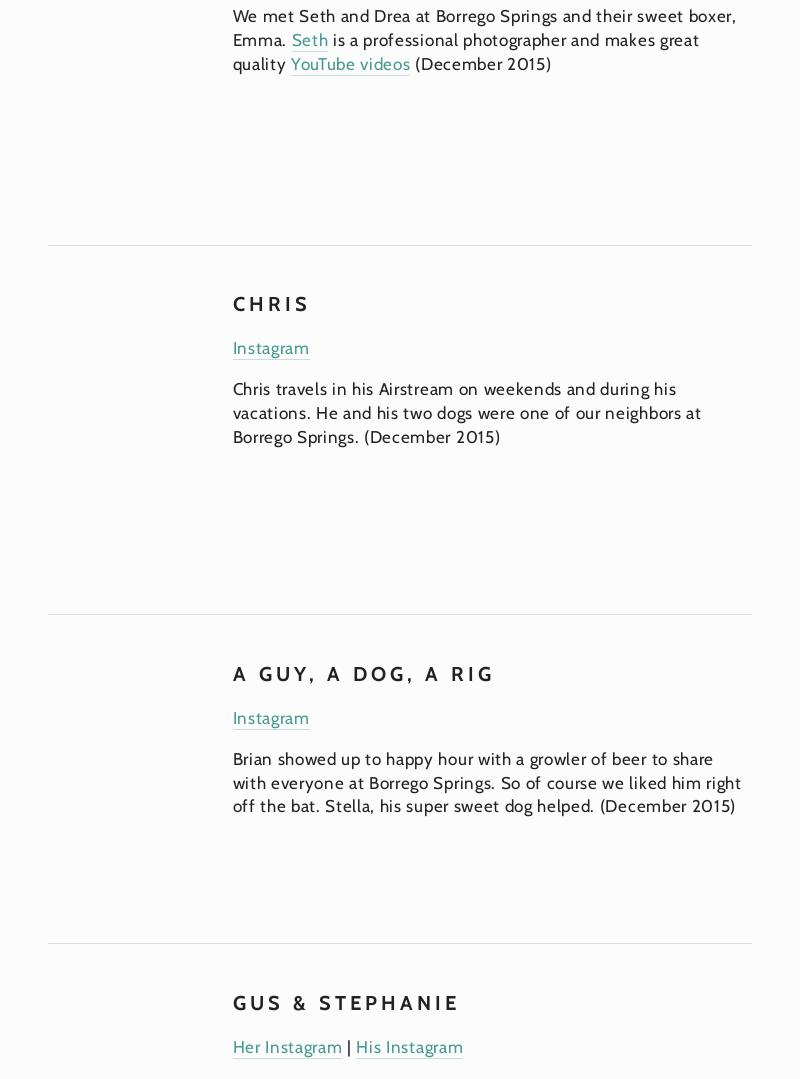  I want to click on 'GUS & STEPHANIE', so click(345, 1001).